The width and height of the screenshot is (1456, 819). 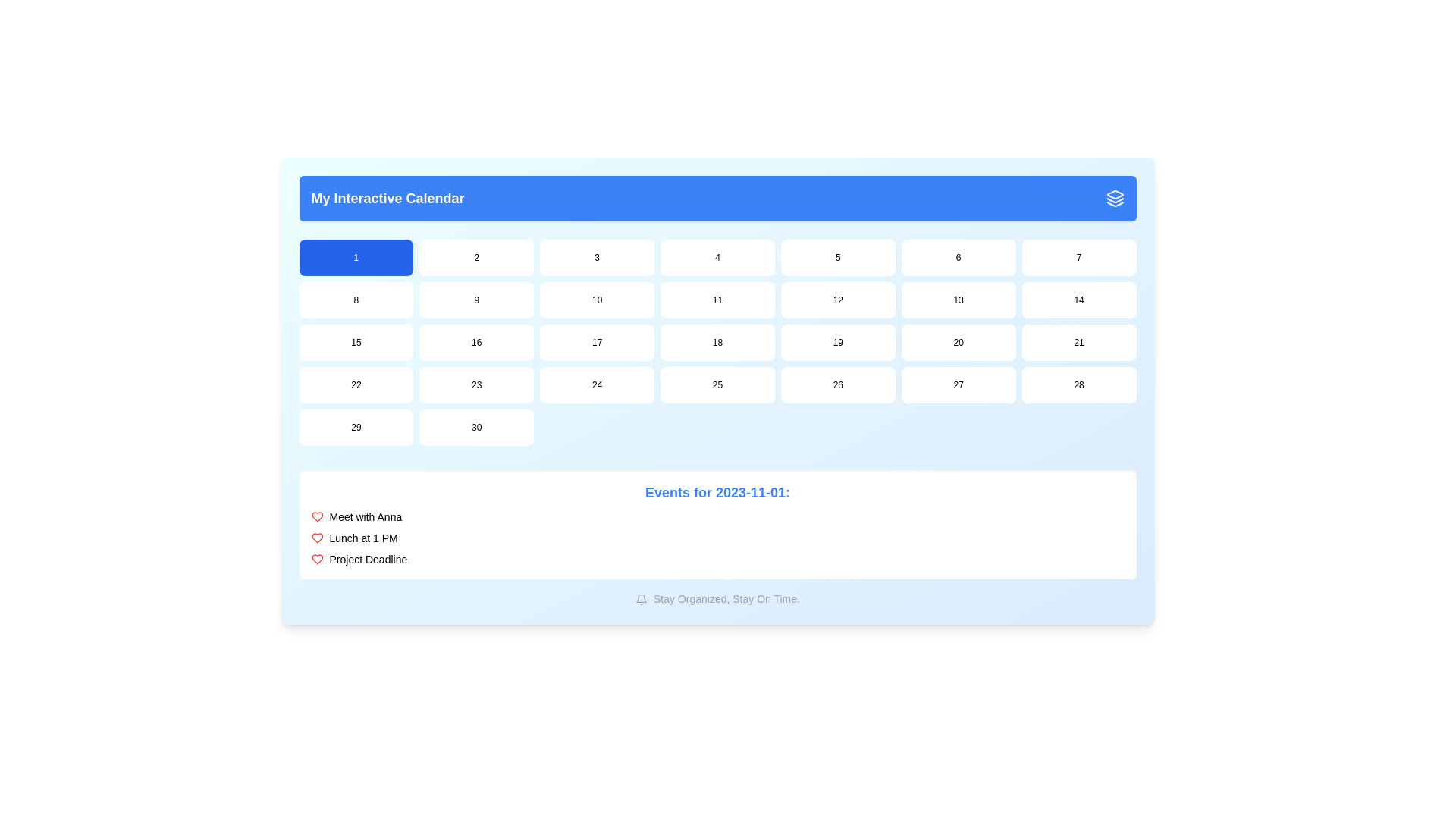 What do you see at coordinates (837, 384) in the screenshot?
I see `the button displaying the text '26' located in the seventh row and fifth column of the grid layout` at bounding box center [837, 384].